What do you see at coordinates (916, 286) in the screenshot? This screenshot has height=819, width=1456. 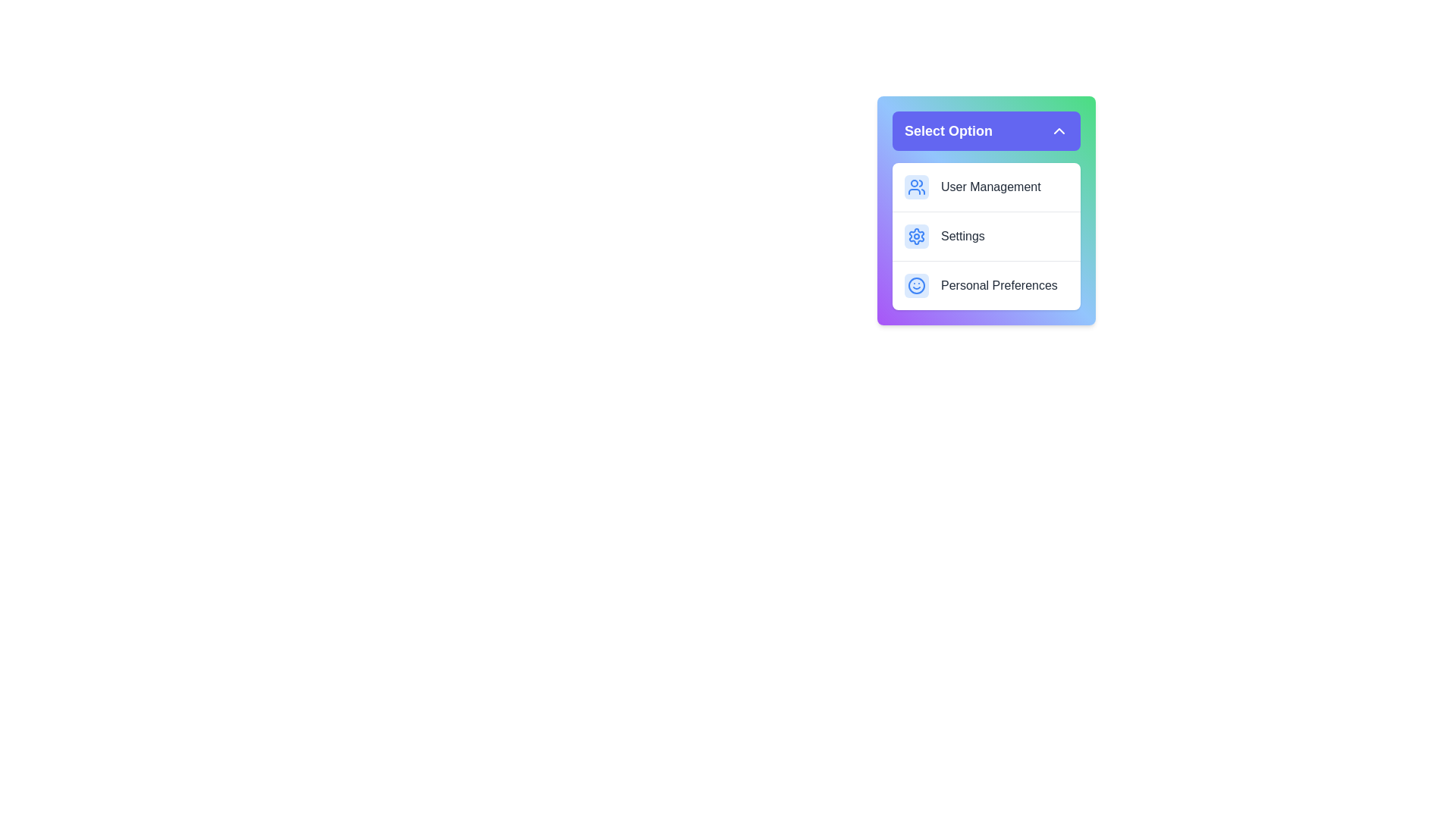 I see `the circular element that is part of the smiley face icon located within the 'Personal Preferences' dropdown menu` at bounding box center [916, 286].